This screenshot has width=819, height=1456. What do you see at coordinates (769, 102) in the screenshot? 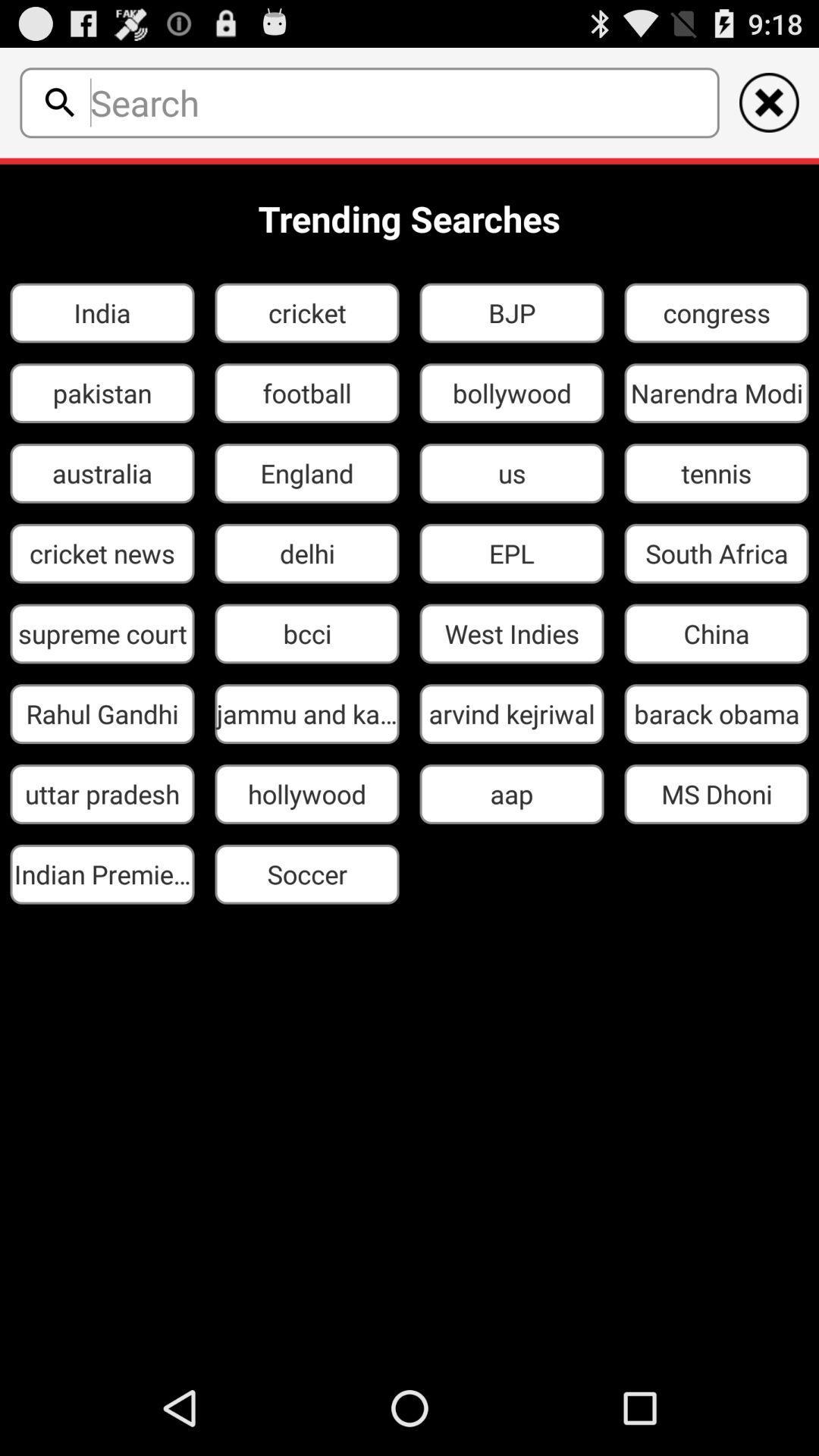
I see `cancelar ao anterior` at bounding box center [769, 102].